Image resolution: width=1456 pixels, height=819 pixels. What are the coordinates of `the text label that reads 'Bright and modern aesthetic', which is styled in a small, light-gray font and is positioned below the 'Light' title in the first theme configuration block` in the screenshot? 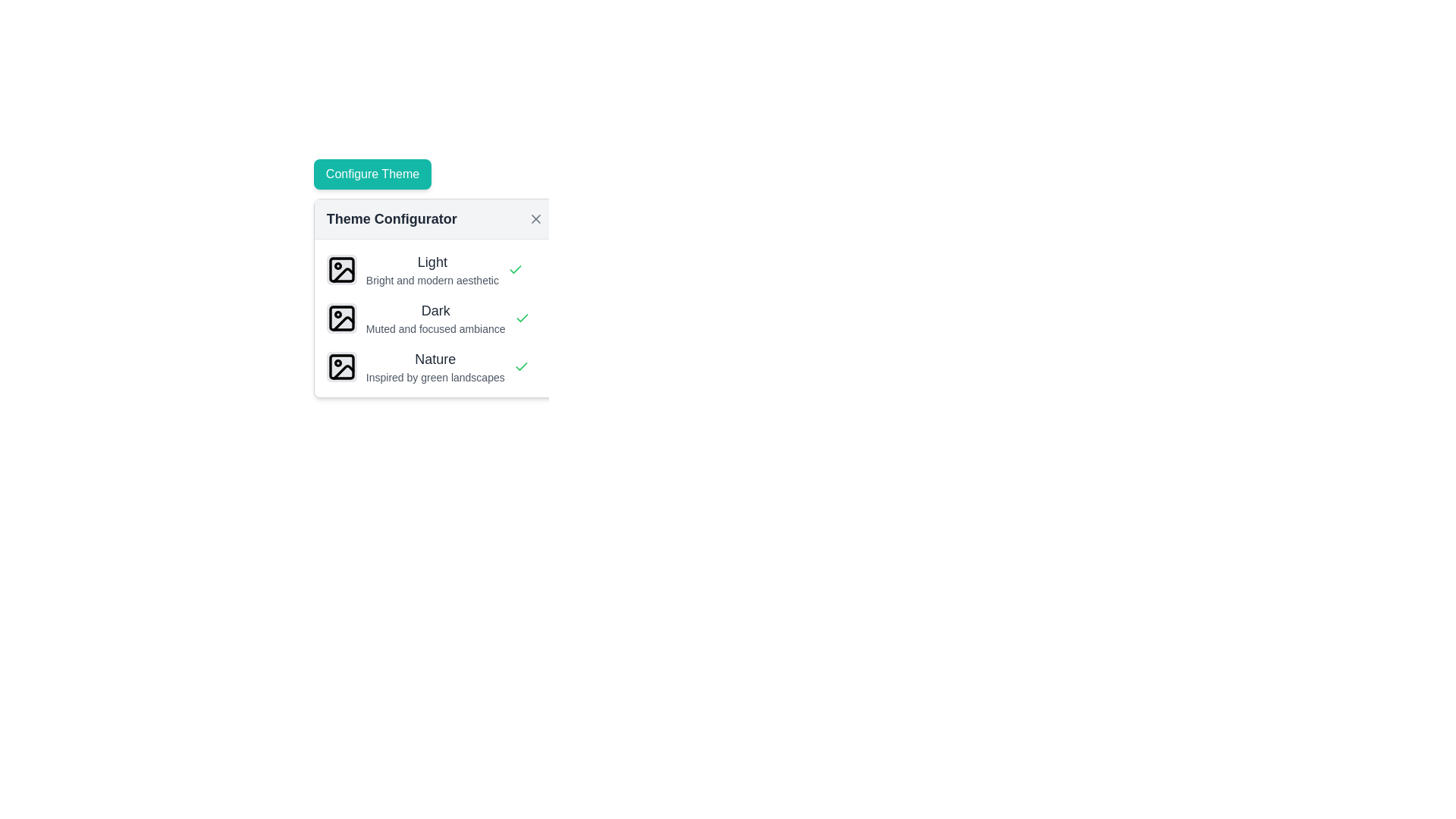 It's located at (431, 281).